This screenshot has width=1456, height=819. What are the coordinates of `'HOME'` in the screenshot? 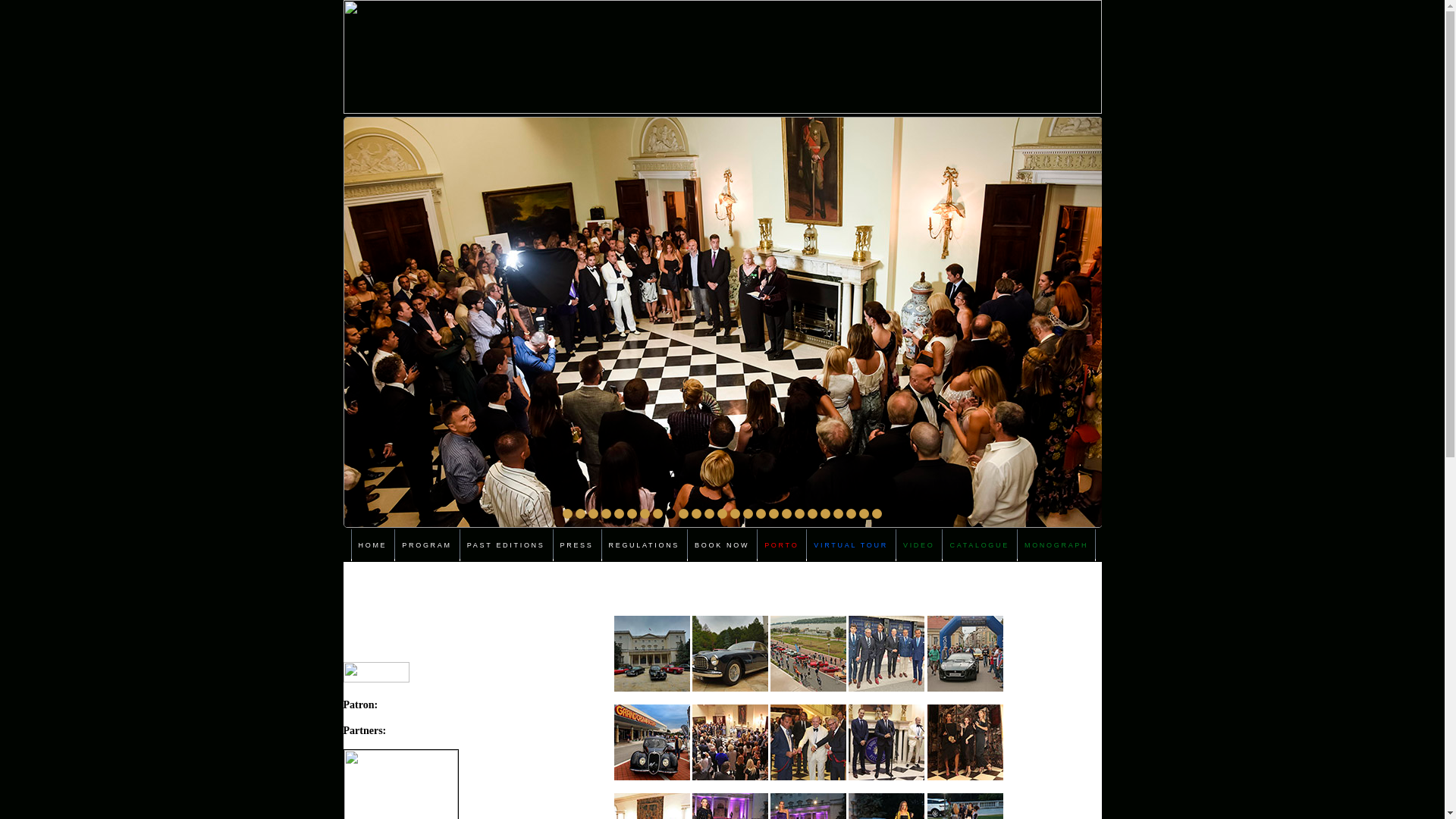 It's located at (372, 544).